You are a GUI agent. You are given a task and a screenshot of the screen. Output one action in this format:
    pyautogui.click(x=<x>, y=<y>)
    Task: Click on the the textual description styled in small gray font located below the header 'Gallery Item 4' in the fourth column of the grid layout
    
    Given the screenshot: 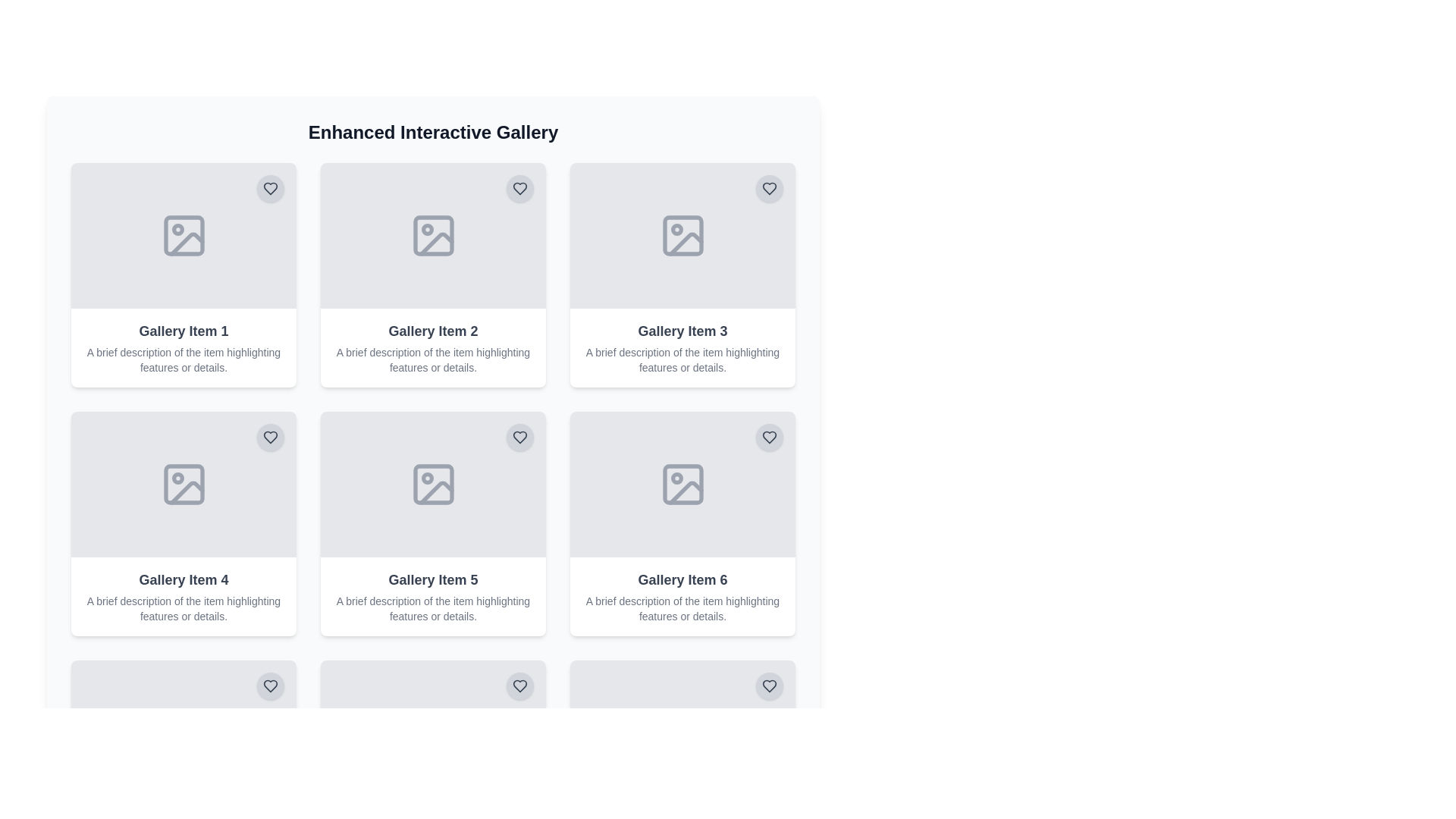 What is the action you would take?
    pyautogui.click(x=183, y=607)
    